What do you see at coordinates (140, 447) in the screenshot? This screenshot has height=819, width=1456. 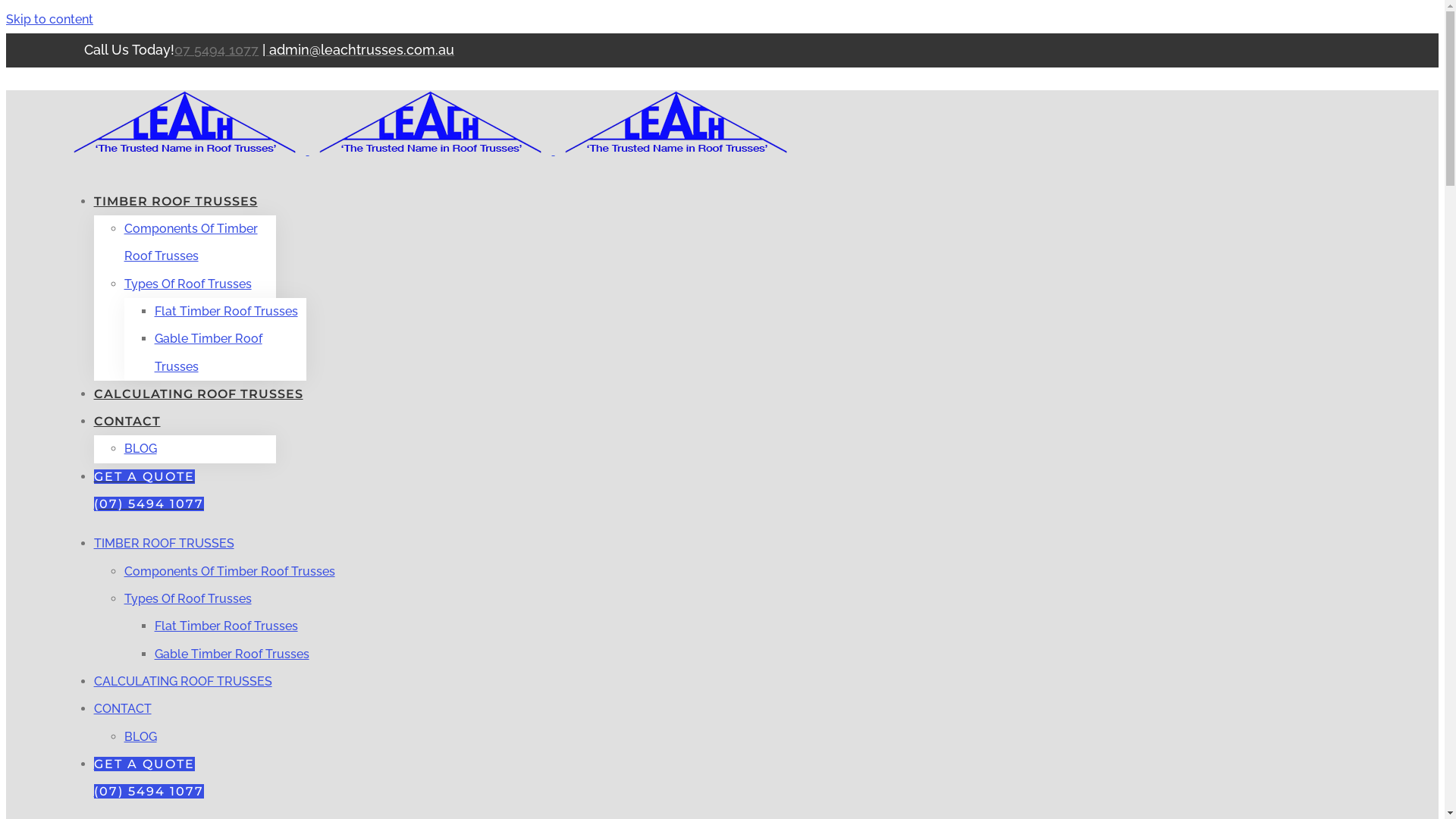 I see `'BLOG'` at bounding box center [140, 447].